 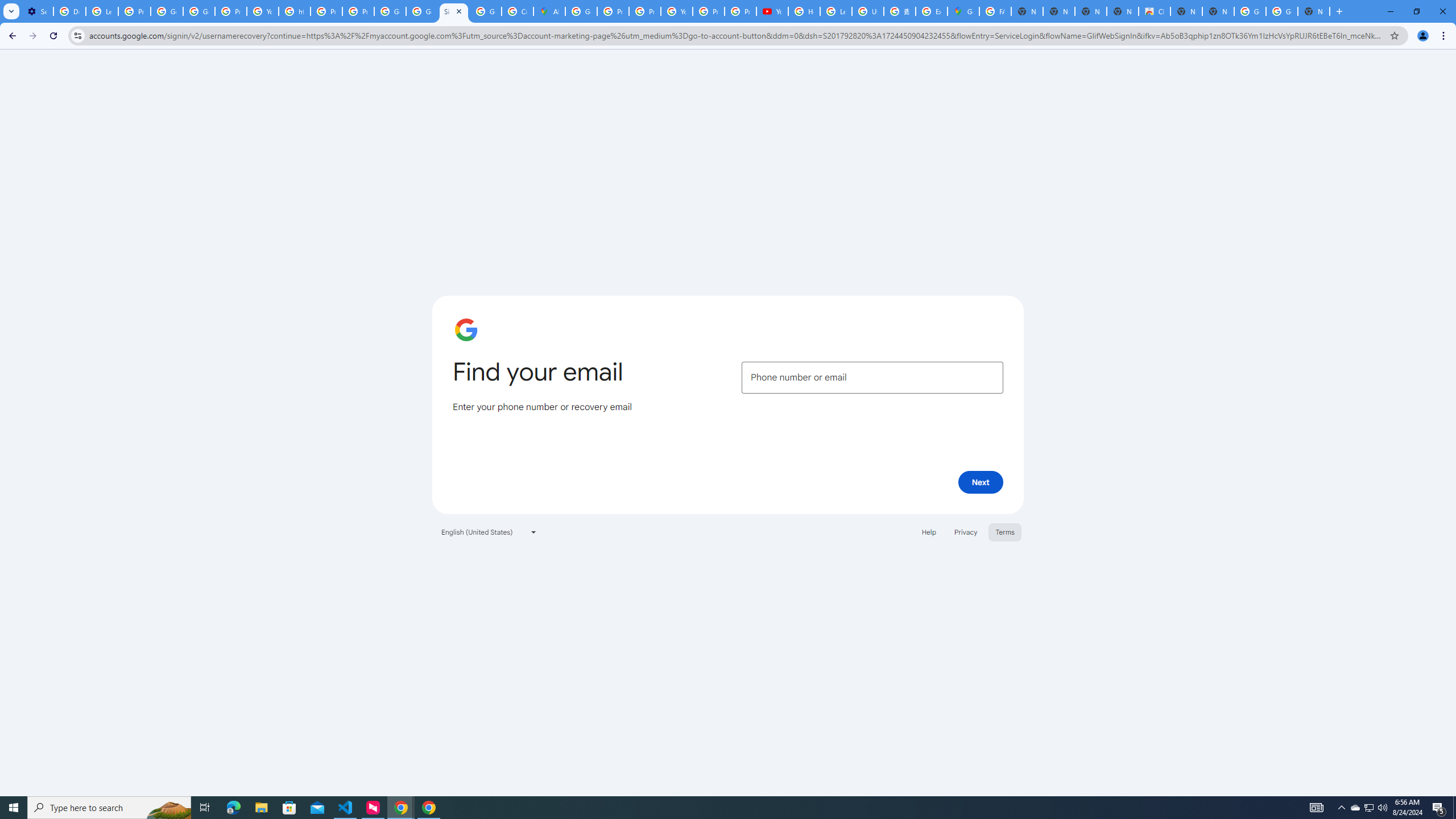 What do you see at coordinates (1314, 11) in the screenshot?
I see `'New Tab'` at bounding box center [1314, 11].